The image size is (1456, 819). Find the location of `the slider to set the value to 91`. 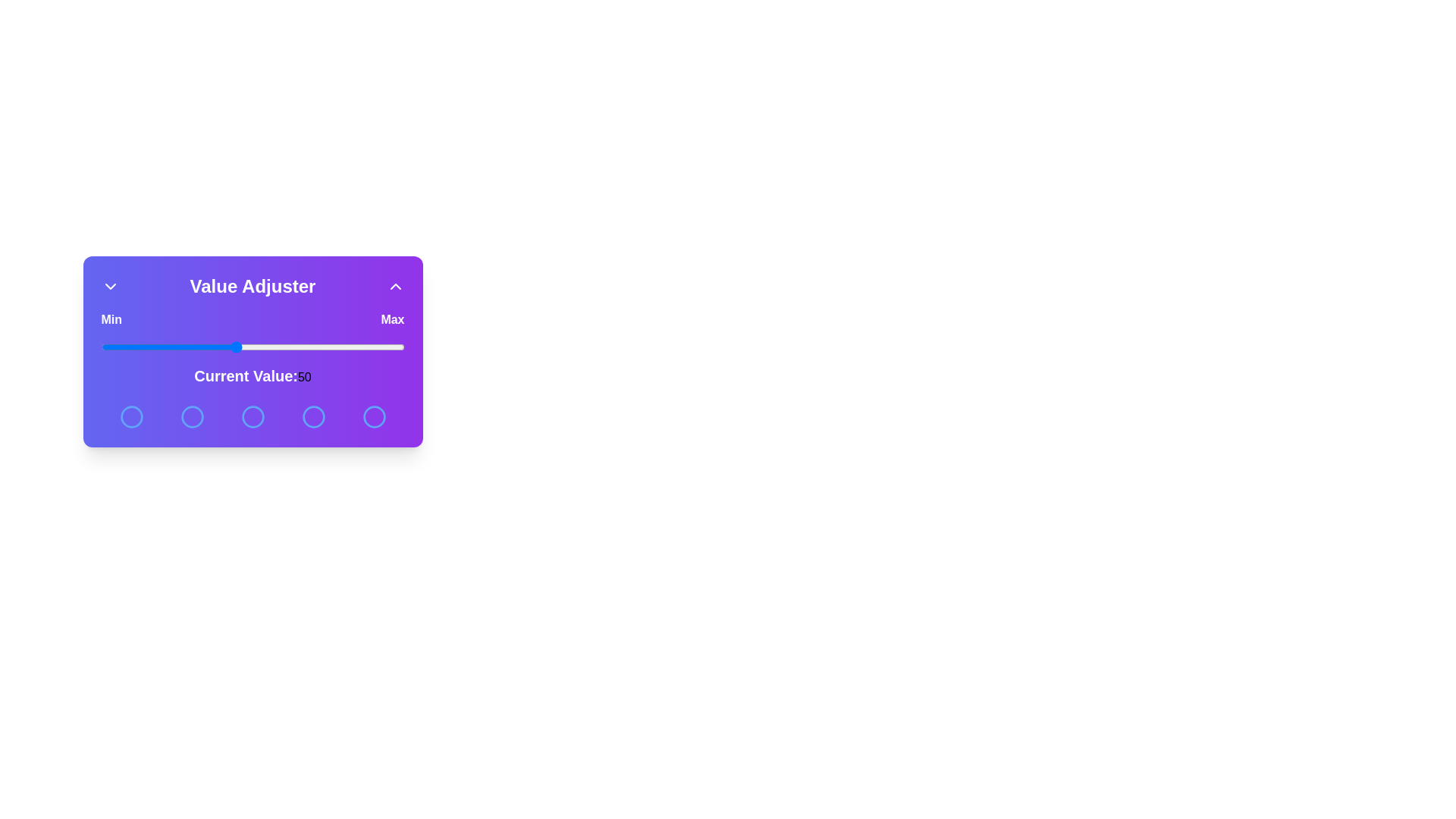

the slider to set the value to 91 is located at coordinates (374, 347).